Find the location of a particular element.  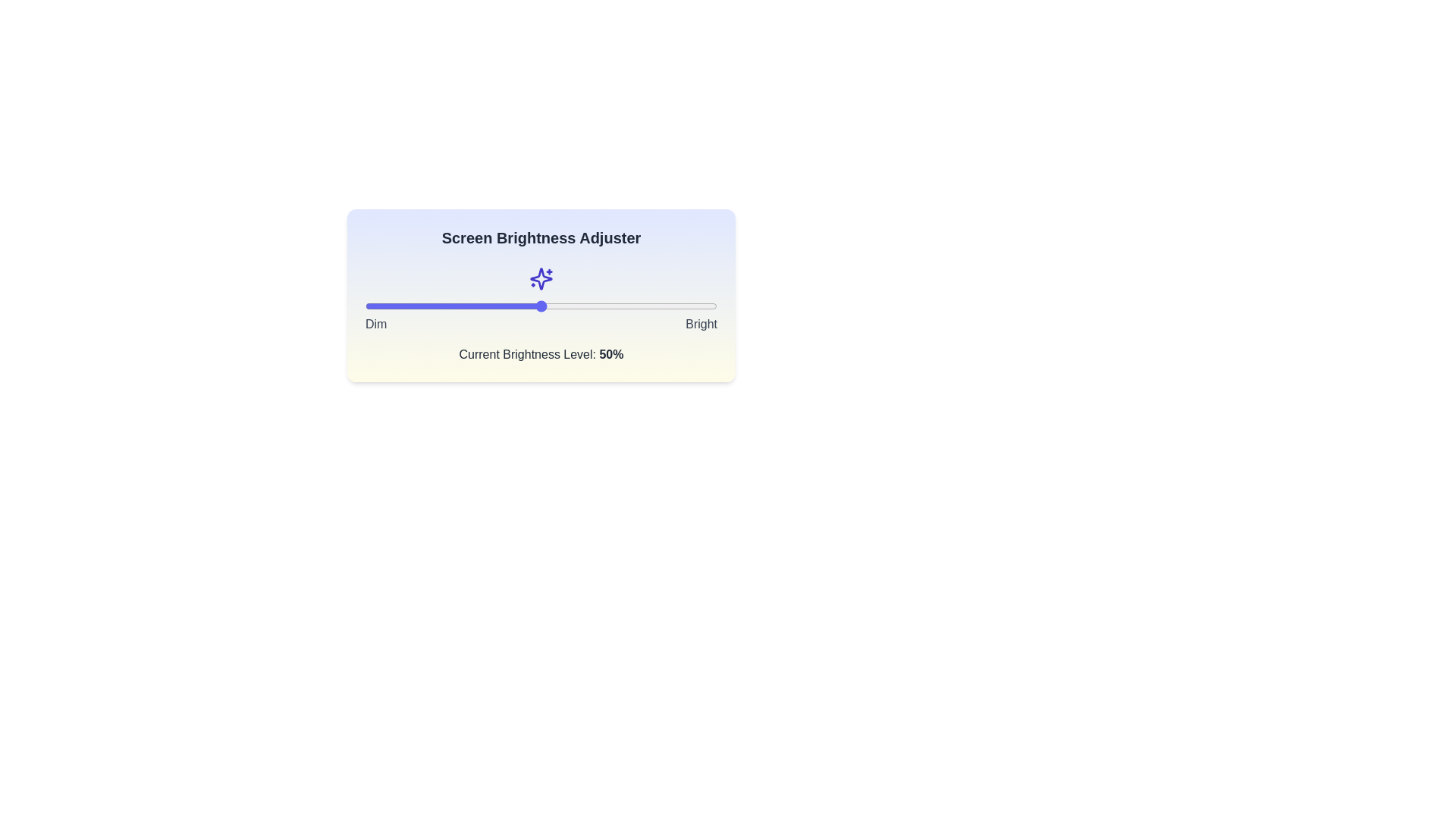

the brightness slider to 92% to observe the icon change is located at coordinates (688, 306).